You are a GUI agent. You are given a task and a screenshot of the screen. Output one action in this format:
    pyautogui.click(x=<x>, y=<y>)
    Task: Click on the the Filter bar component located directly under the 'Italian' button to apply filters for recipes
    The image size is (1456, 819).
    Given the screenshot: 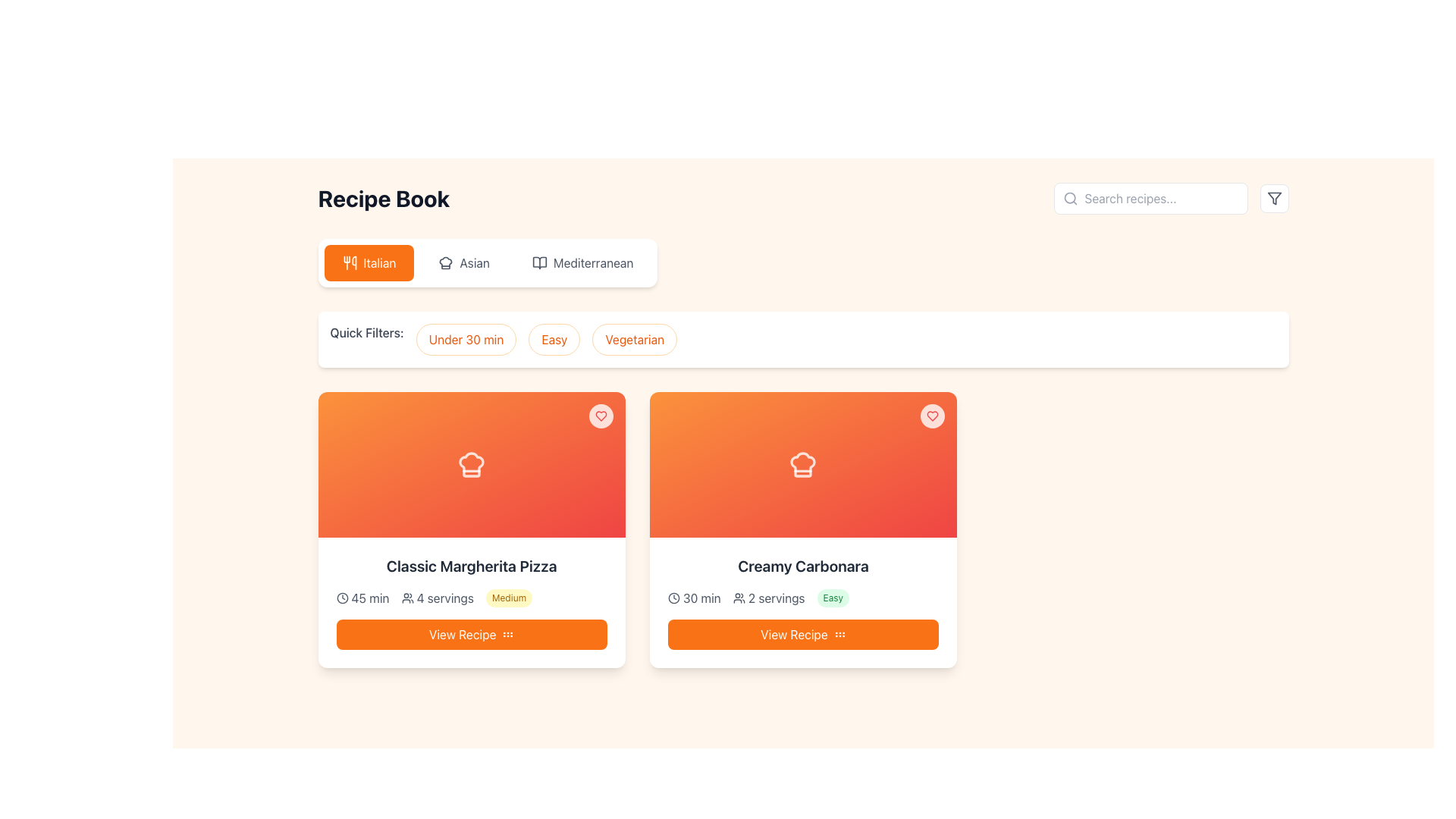 What is the action you would take?
    pyautogui.click(x=802, y=338)
    